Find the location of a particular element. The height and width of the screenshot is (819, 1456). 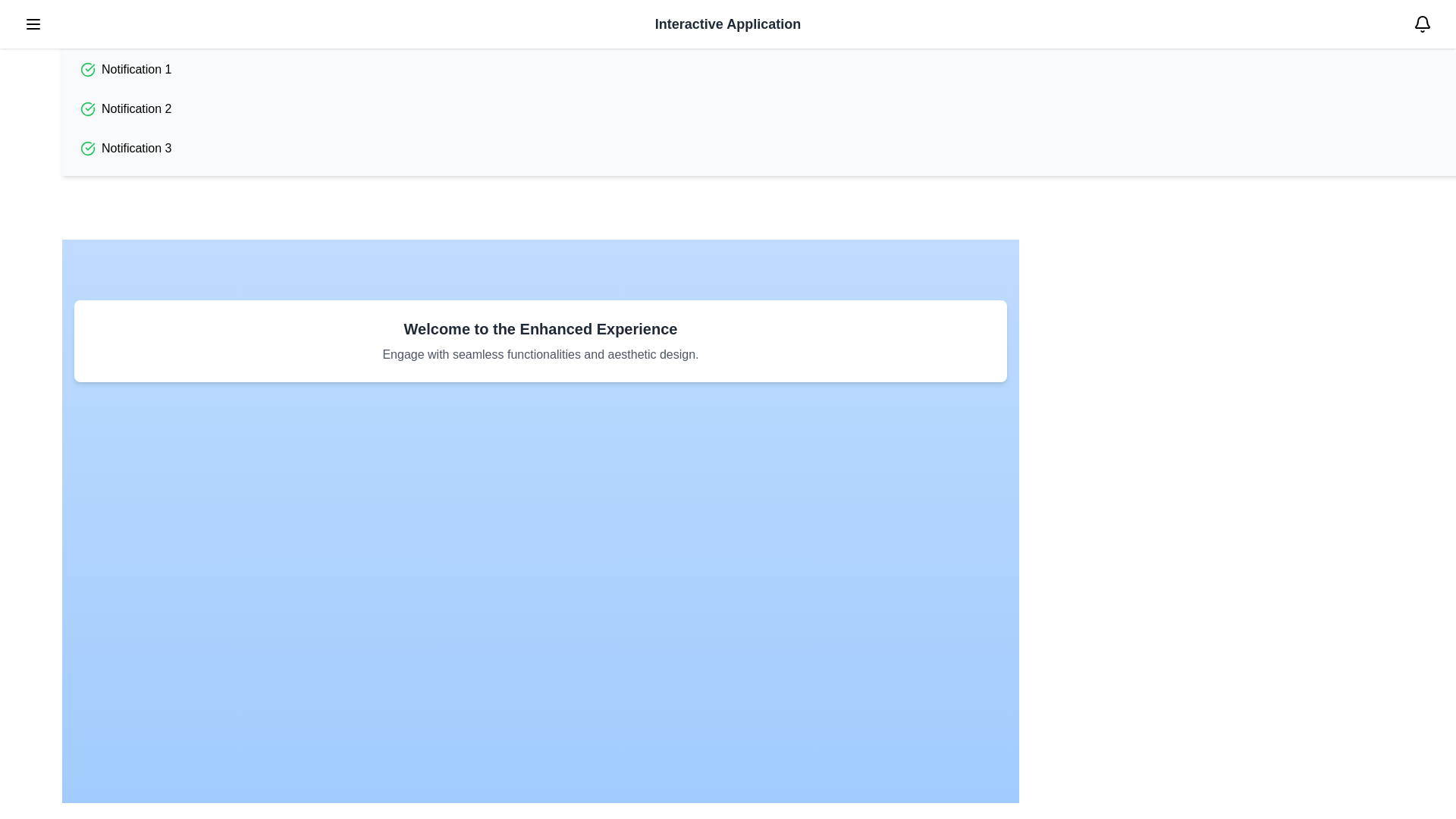

the menu button in the top-left corner is located at coordinates (33, 24).